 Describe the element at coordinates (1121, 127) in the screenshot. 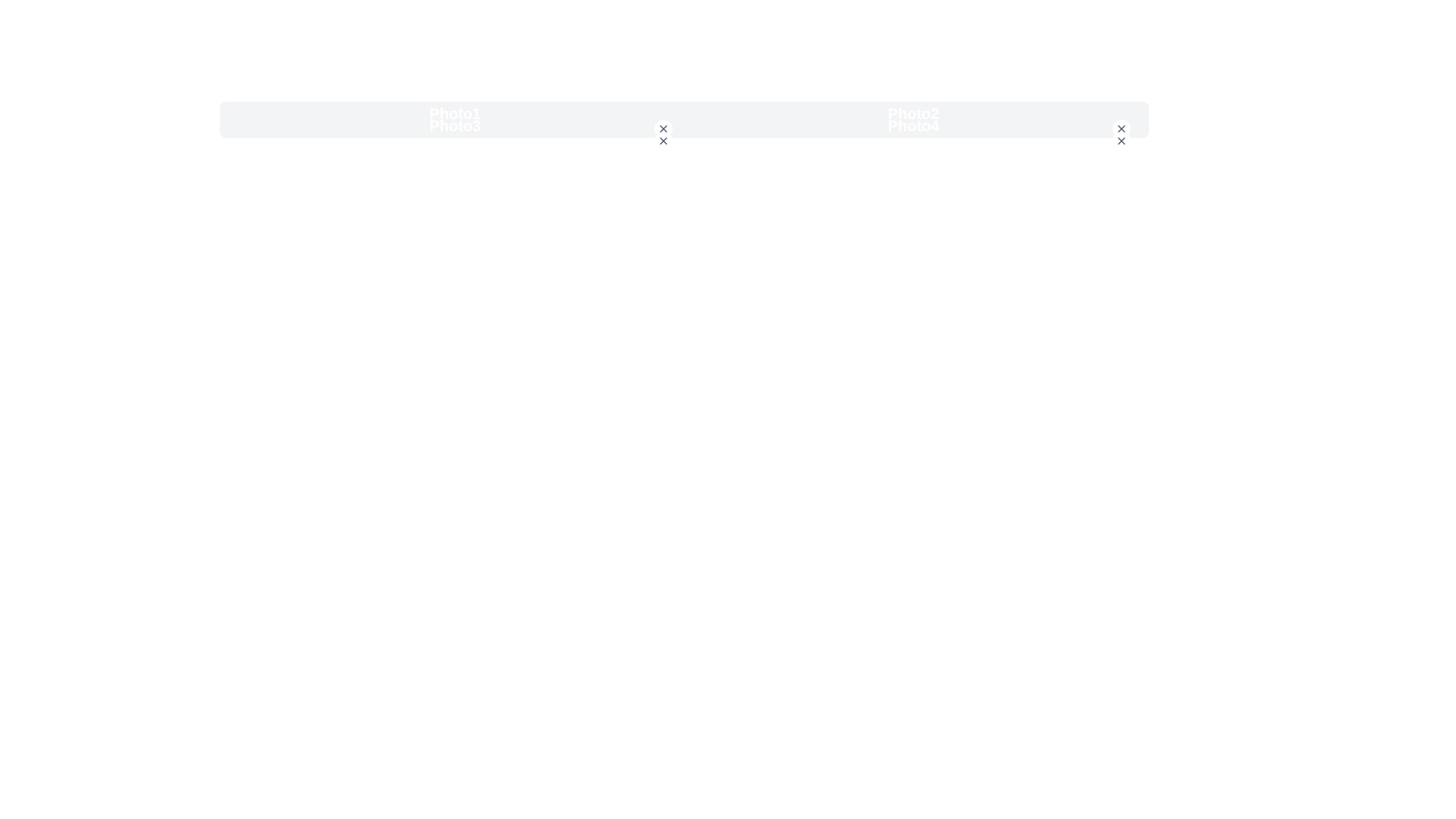

I see `the small circular button with a white background and an 'X' icon in gray, located at the top-right corner of the 'Photo2' section` at that location.